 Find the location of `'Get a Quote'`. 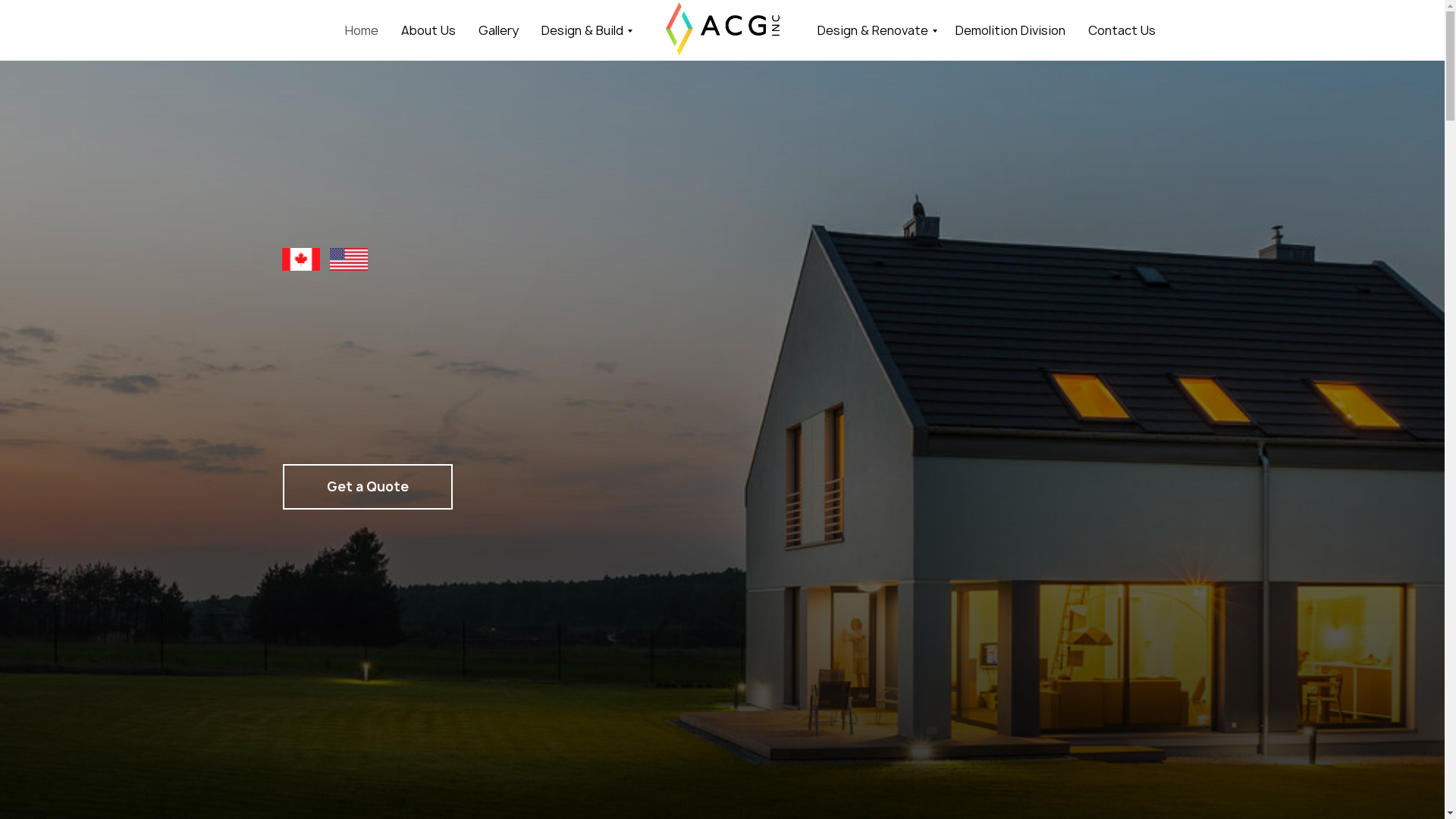

'Get a Quote' is located at coordinates (367, 486).